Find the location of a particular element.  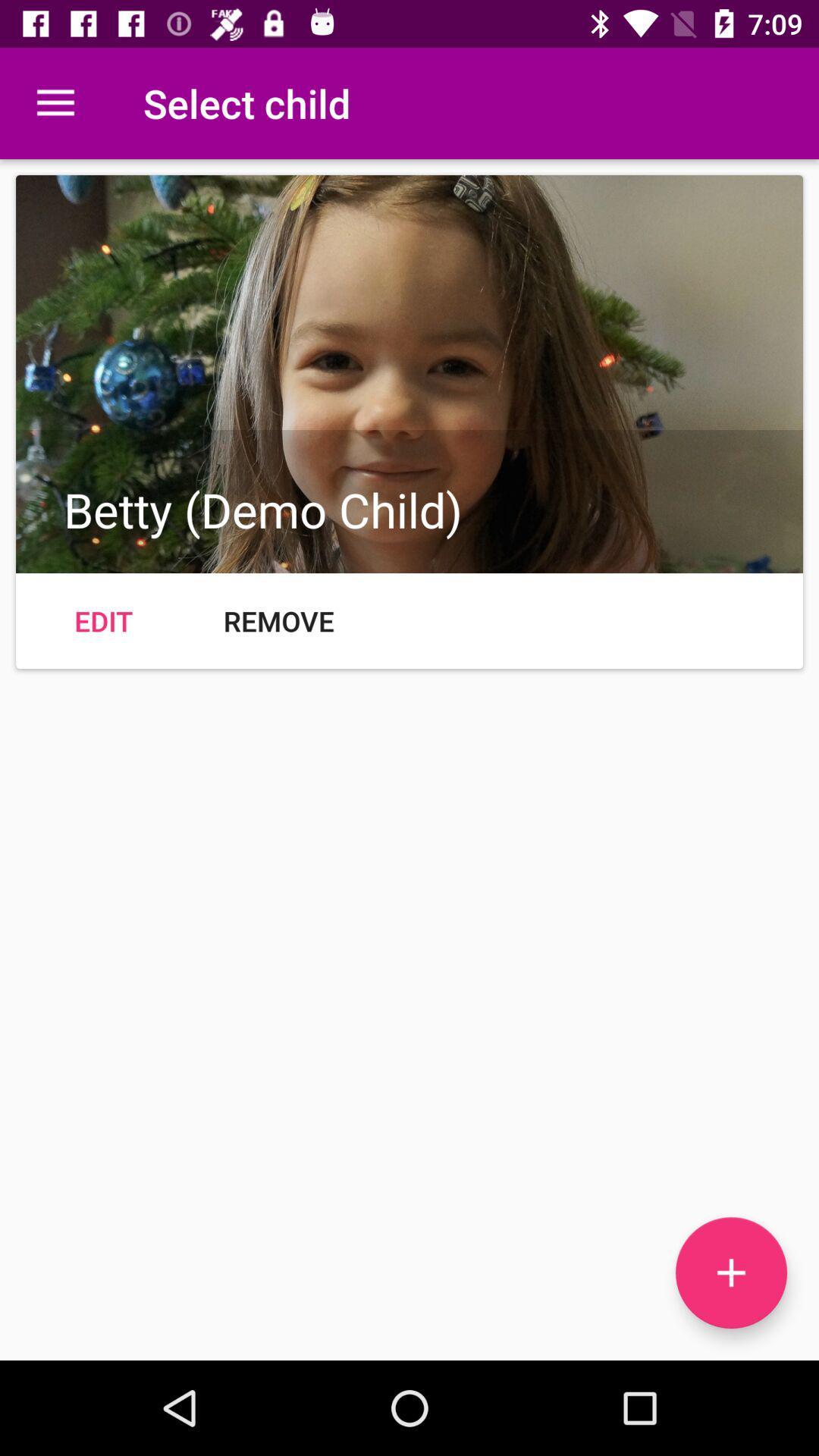

the icon next to the edit icon is located at coordinates (278, 621).